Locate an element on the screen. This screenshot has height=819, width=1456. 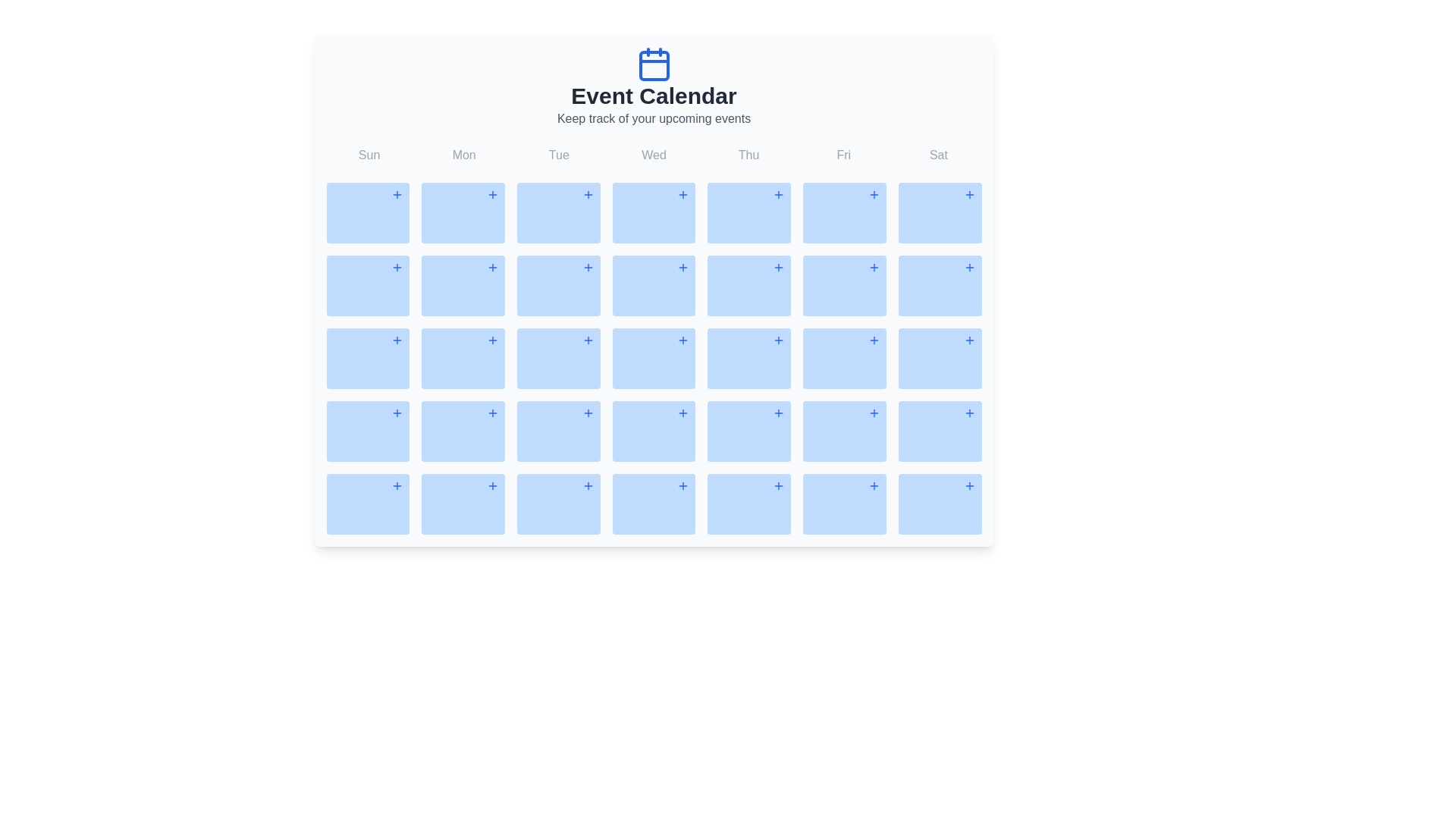
the '+' icon button located in the bottom right corner of the calendar cell for Friday is located at coordinates (874, 413).